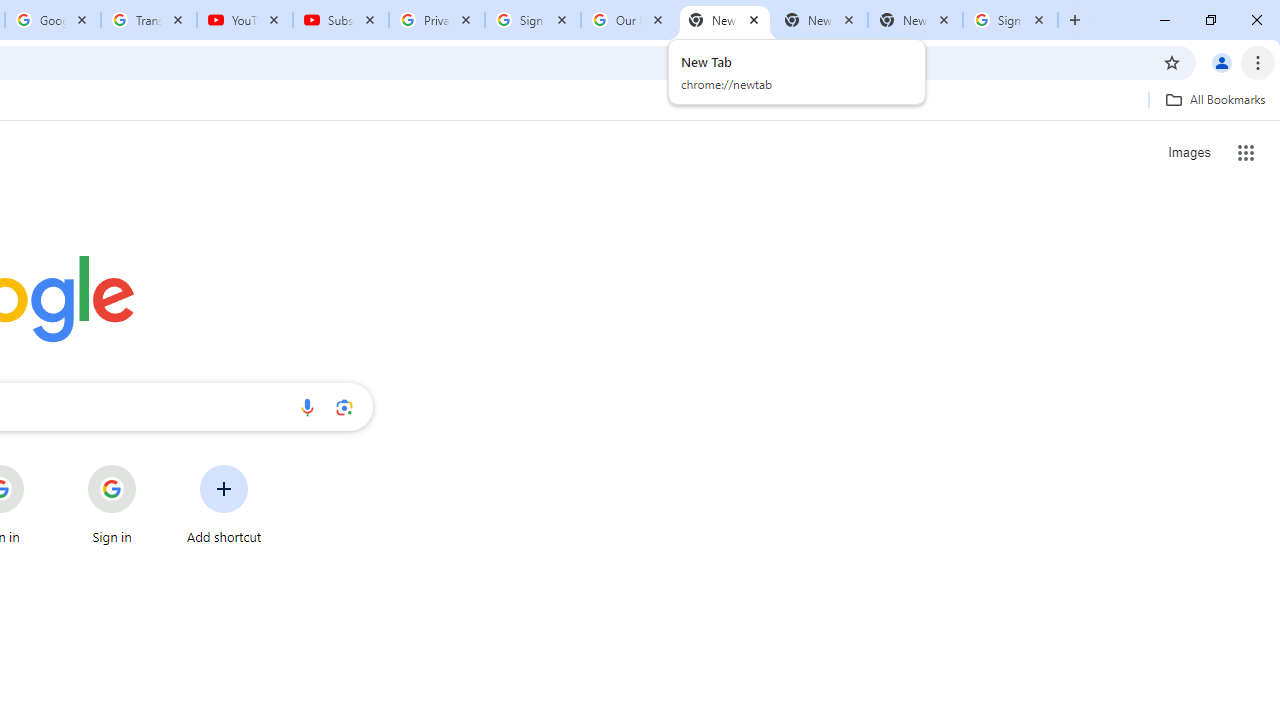 The image size is (1280, 720). I want to click on 'Search by voice', so click(306, 406).